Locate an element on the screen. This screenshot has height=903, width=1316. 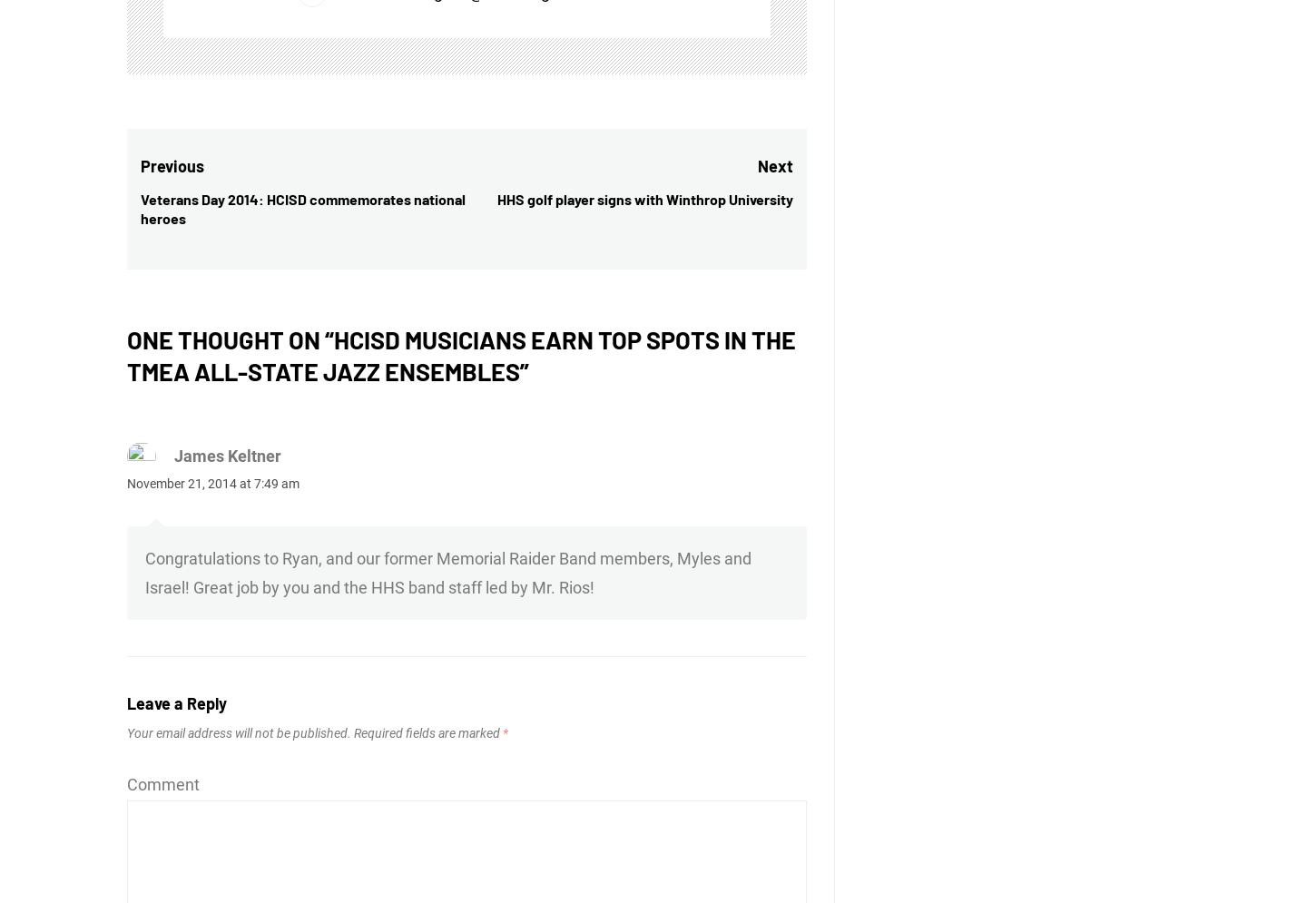
'One thought on “' is located at coordinates (231, 339).